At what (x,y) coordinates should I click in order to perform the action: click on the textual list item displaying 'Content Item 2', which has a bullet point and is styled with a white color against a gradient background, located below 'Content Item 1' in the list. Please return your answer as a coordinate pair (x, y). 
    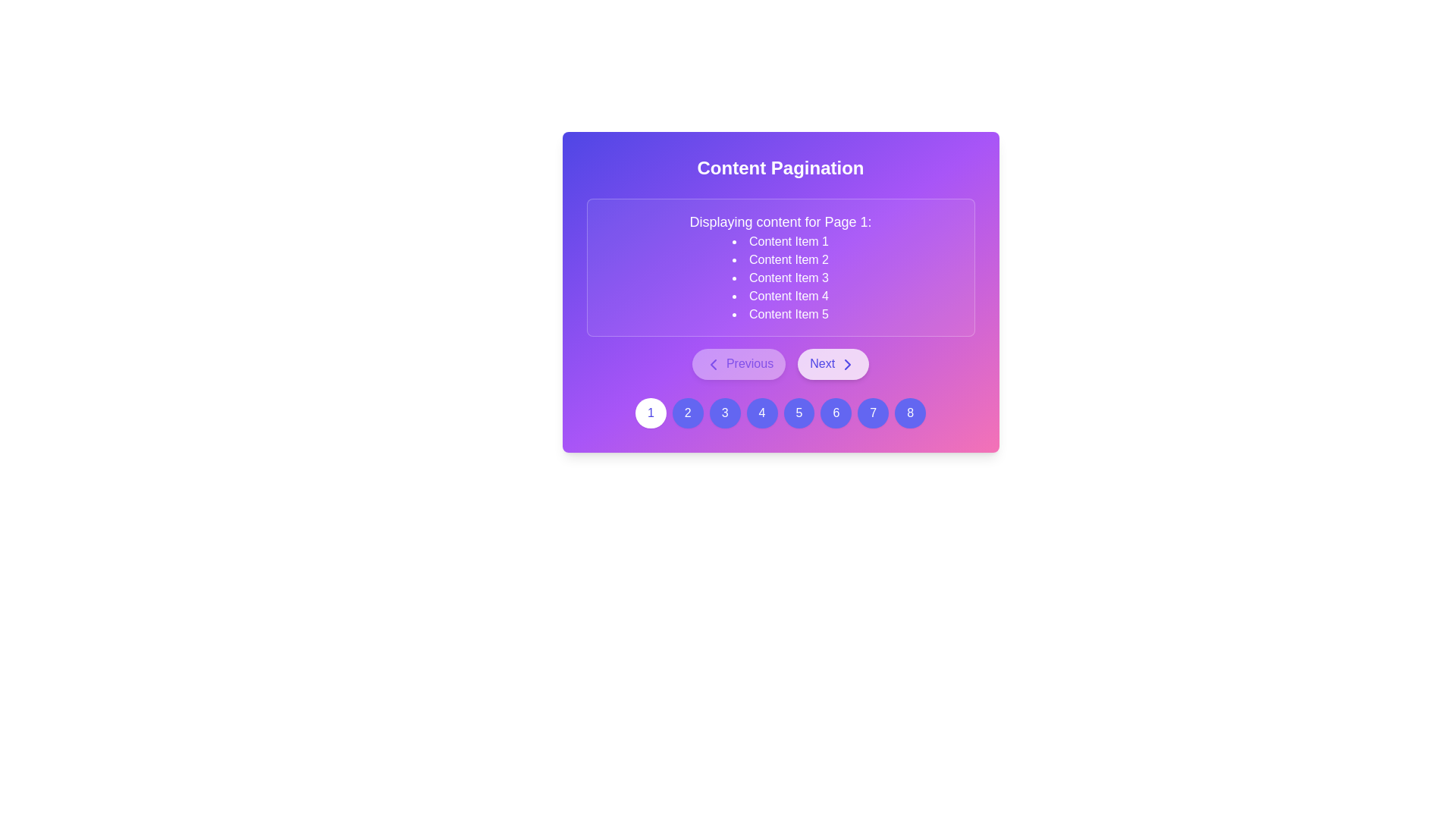
    Looking at the image, I should click on (780, 259).